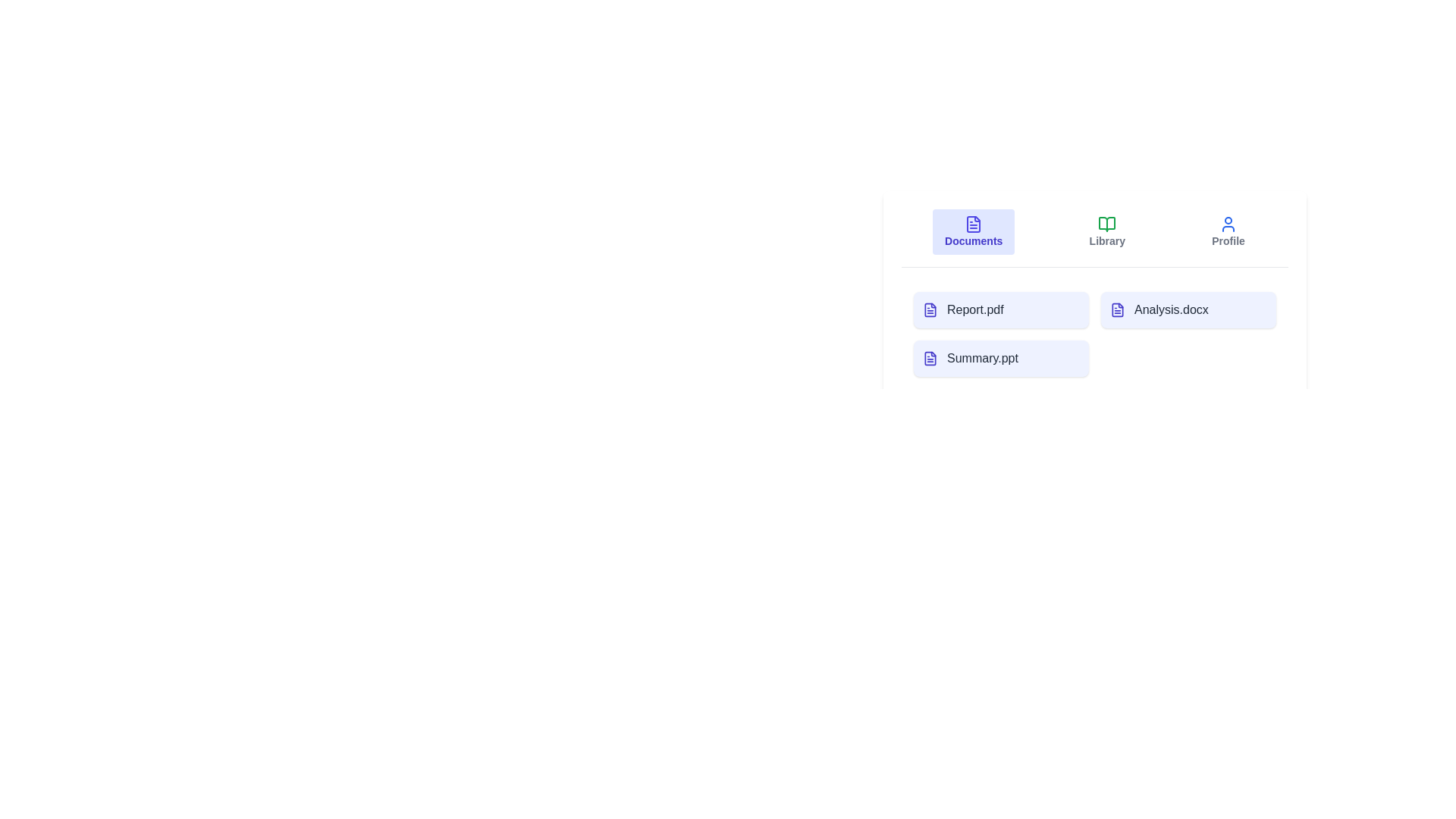 The height and width of the screenshot is (819, 1456). What do you see at coordinates (974, 231) in the screenshot?
I see `the tab labeled Documents to observe its hover effect` at bounding box center [974, 231].